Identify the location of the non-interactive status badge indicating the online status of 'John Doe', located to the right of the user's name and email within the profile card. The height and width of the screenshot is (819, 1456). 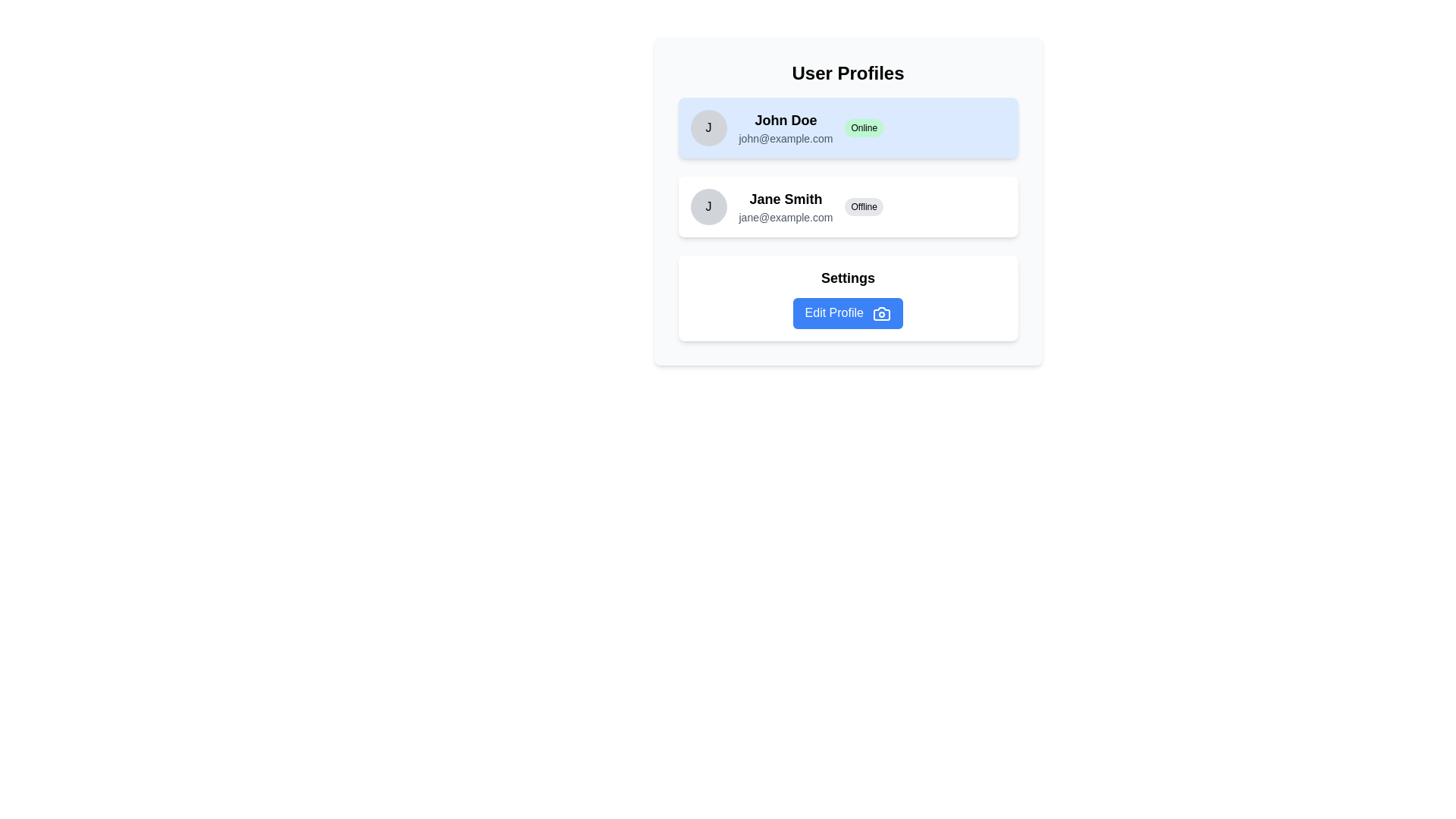
(864, 127).